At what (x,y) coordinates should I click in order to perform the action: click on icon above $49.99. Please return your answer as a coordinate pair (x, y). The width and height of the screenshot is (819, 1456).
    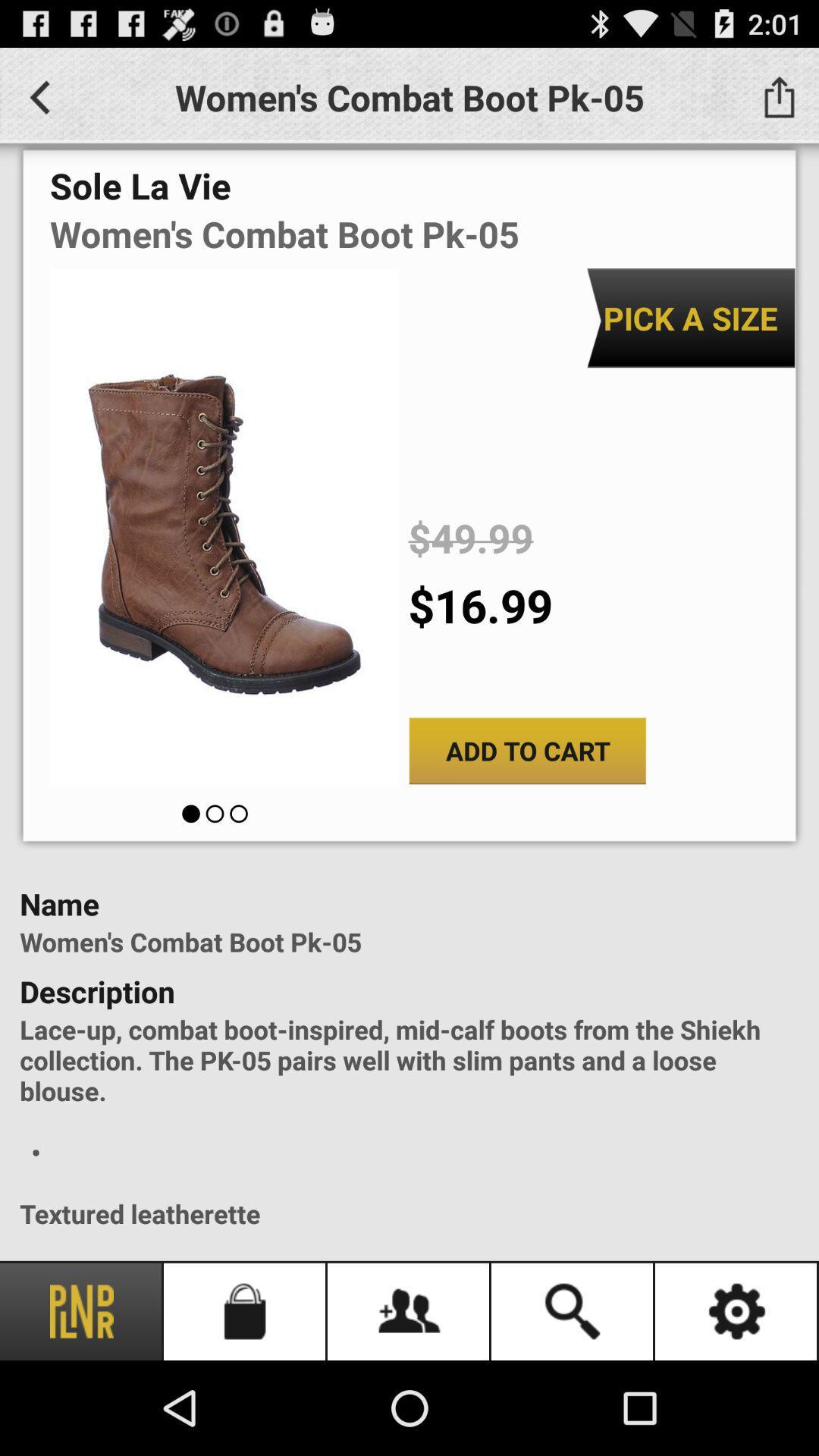
    Looking at the image, I should click on (690, 317).